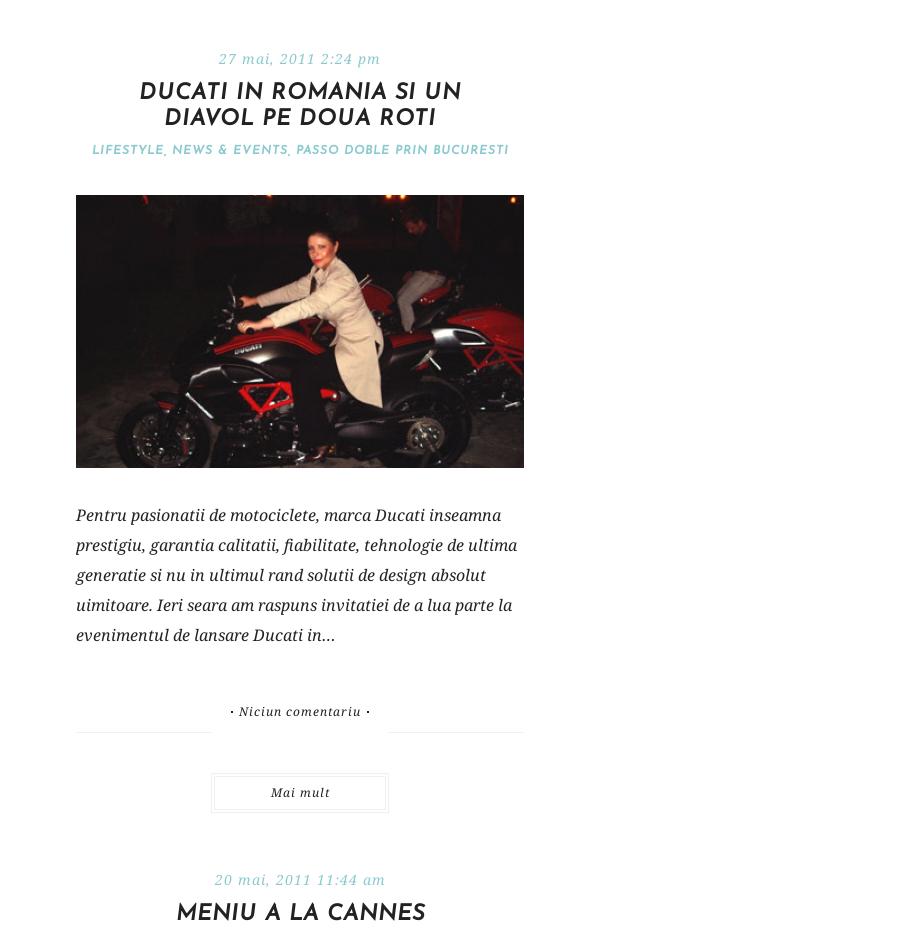 This screenshot has height=939, width=900. I want to click on 'Mai mult', so click(298, 791).